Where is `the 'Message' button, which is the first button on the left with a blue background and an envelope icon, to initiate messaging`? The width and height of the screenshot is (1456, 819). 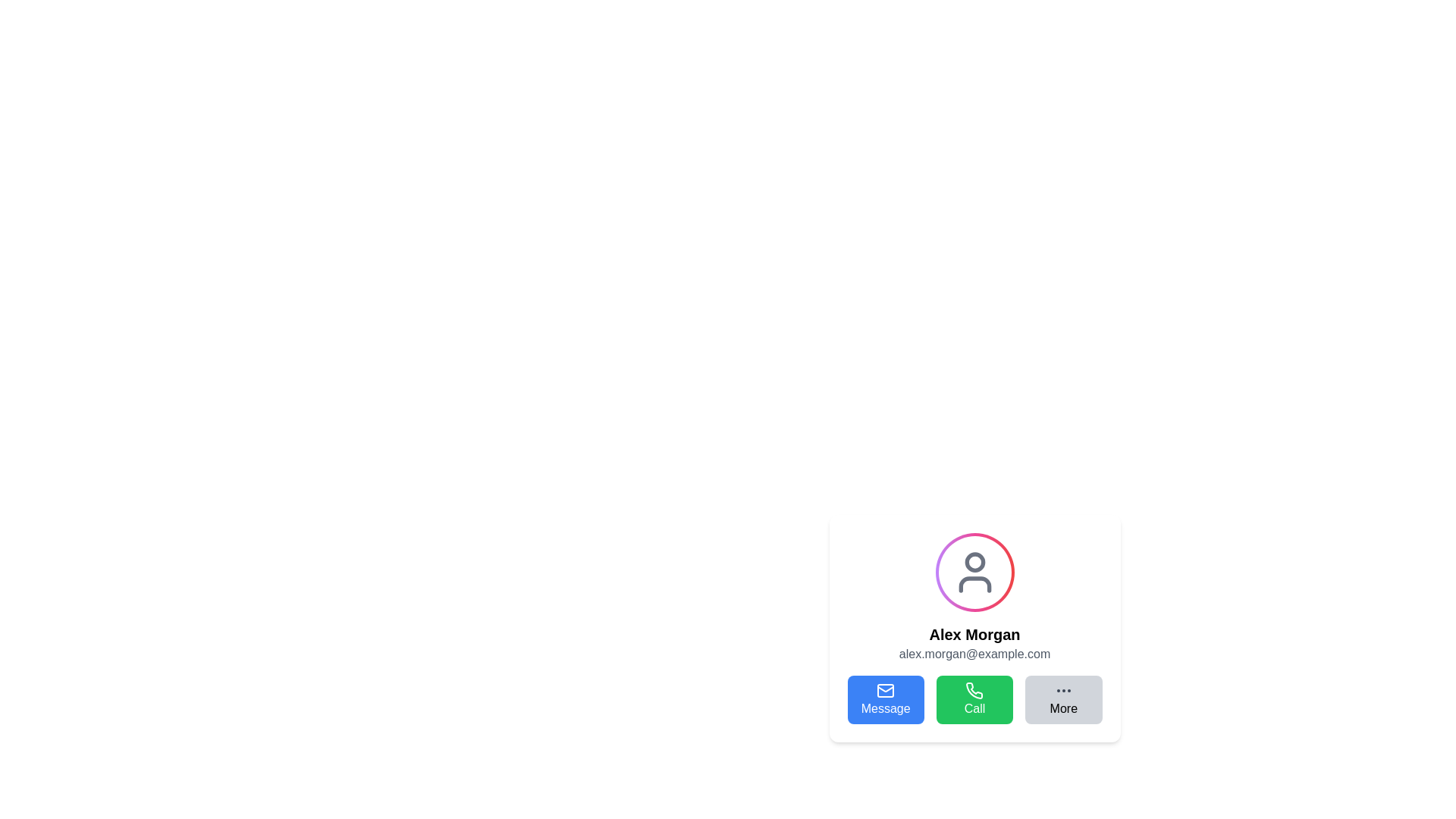 the 'Message' button, which is the first button on the left with a blue background and an envelope icon, to initiate messaging is located at coordinates (886, 699).